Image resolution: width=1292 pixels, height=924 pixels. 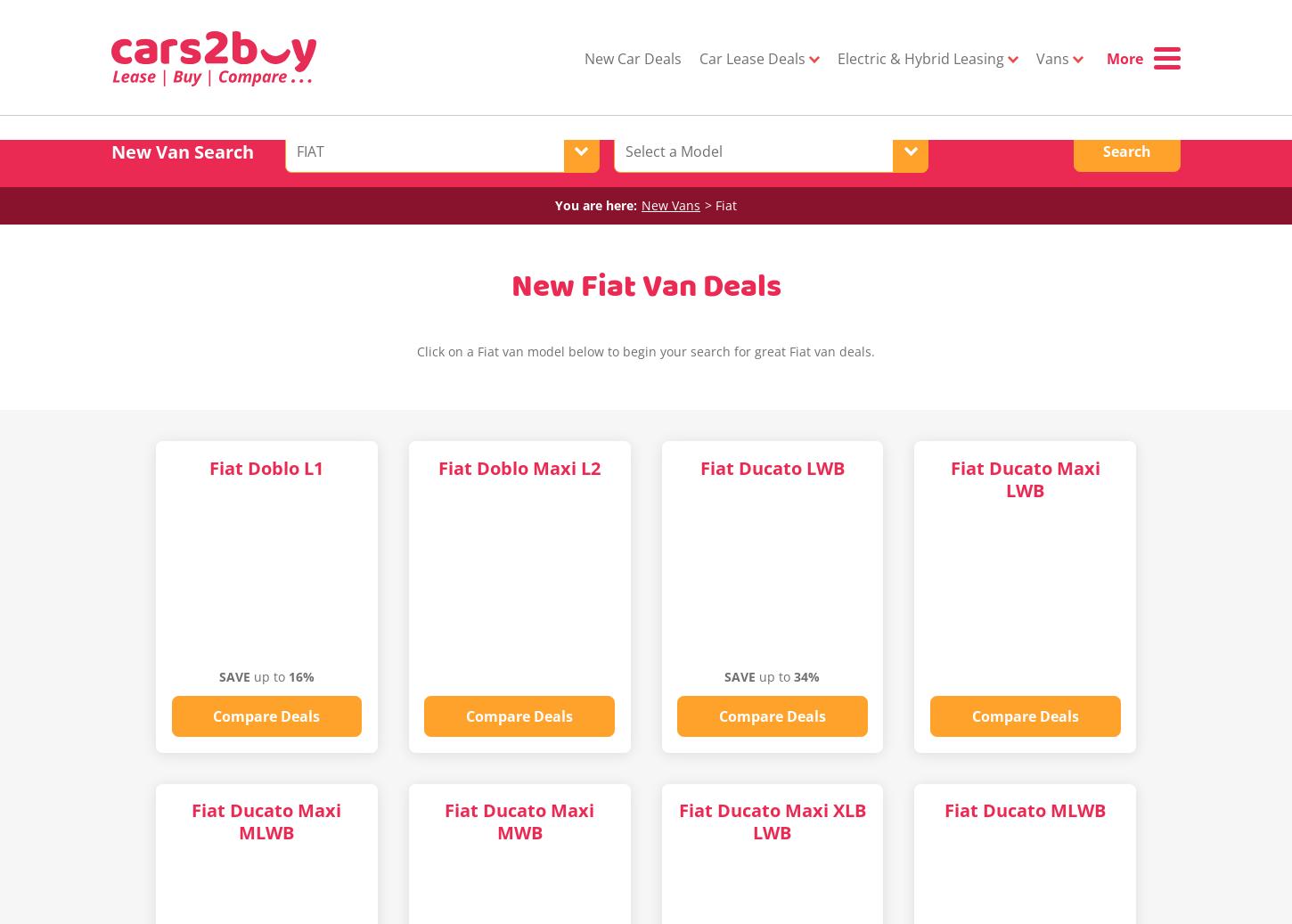 What do you see at coordinates (670, 203) in the screenshot?
I see `'New Vans'` at bounding box center [670, 203].